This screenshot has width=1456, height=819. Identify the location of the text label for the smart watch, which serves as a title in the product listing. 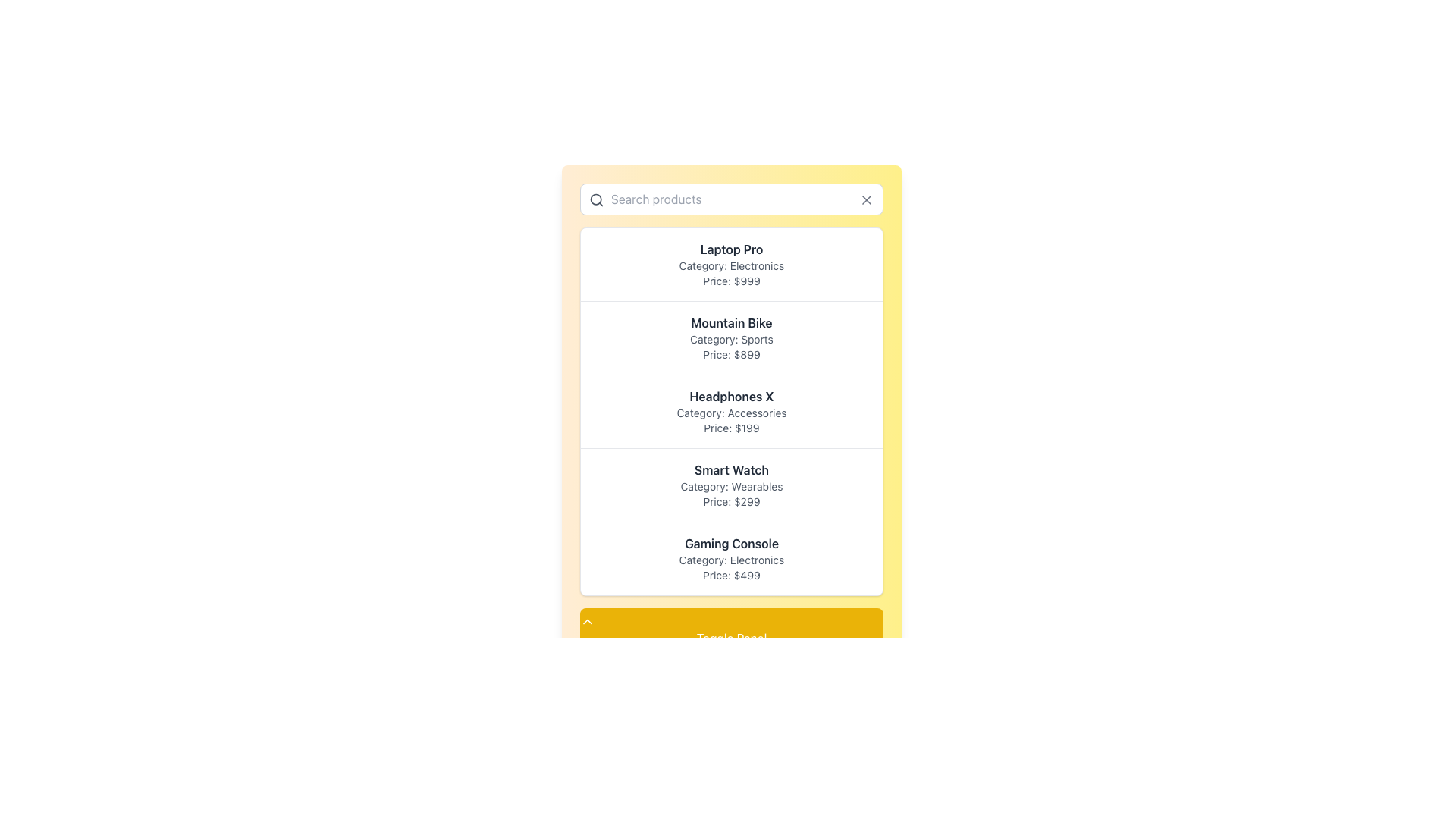
(731, 469).